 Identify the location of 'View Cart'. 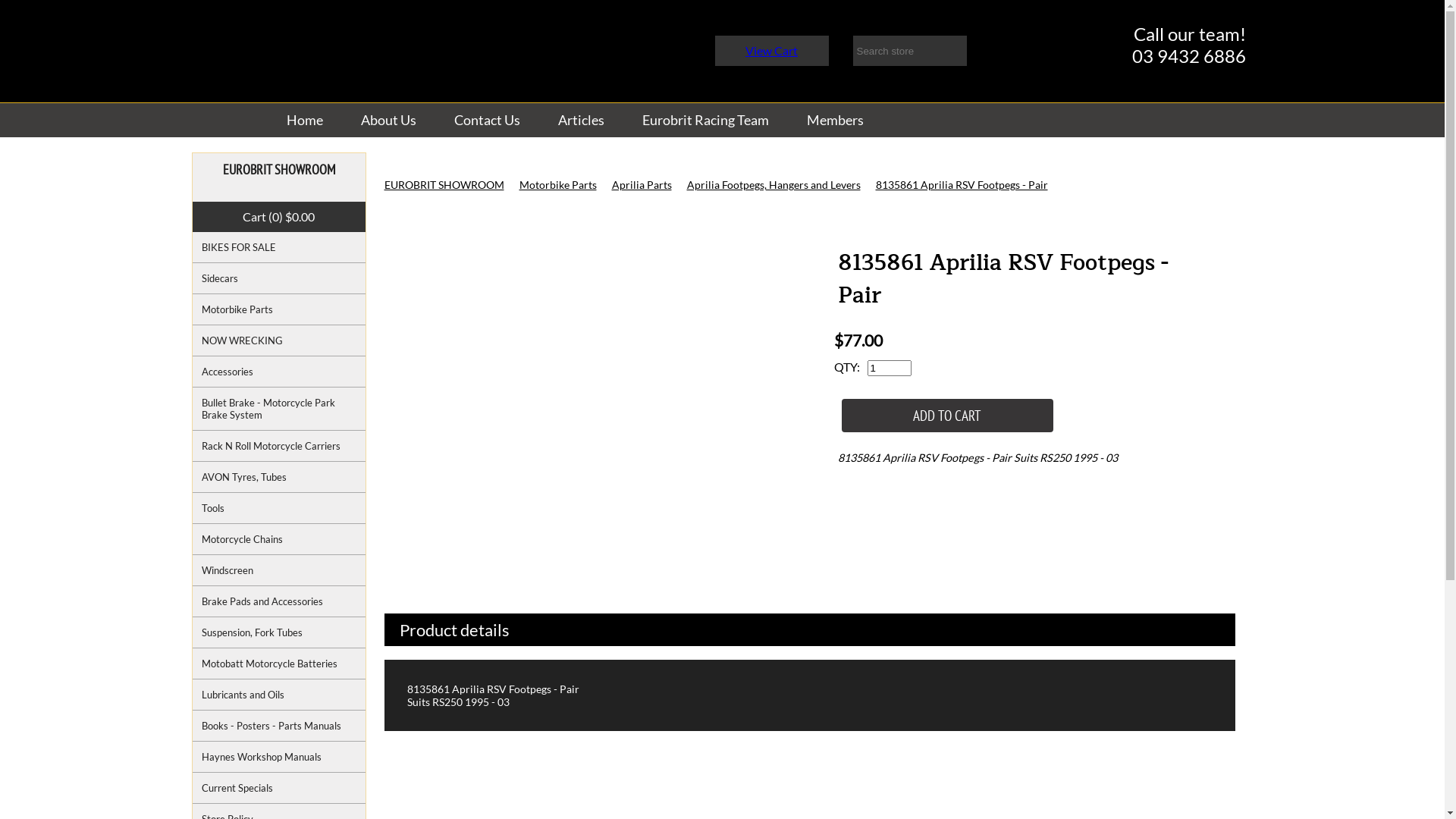
(771, 49).